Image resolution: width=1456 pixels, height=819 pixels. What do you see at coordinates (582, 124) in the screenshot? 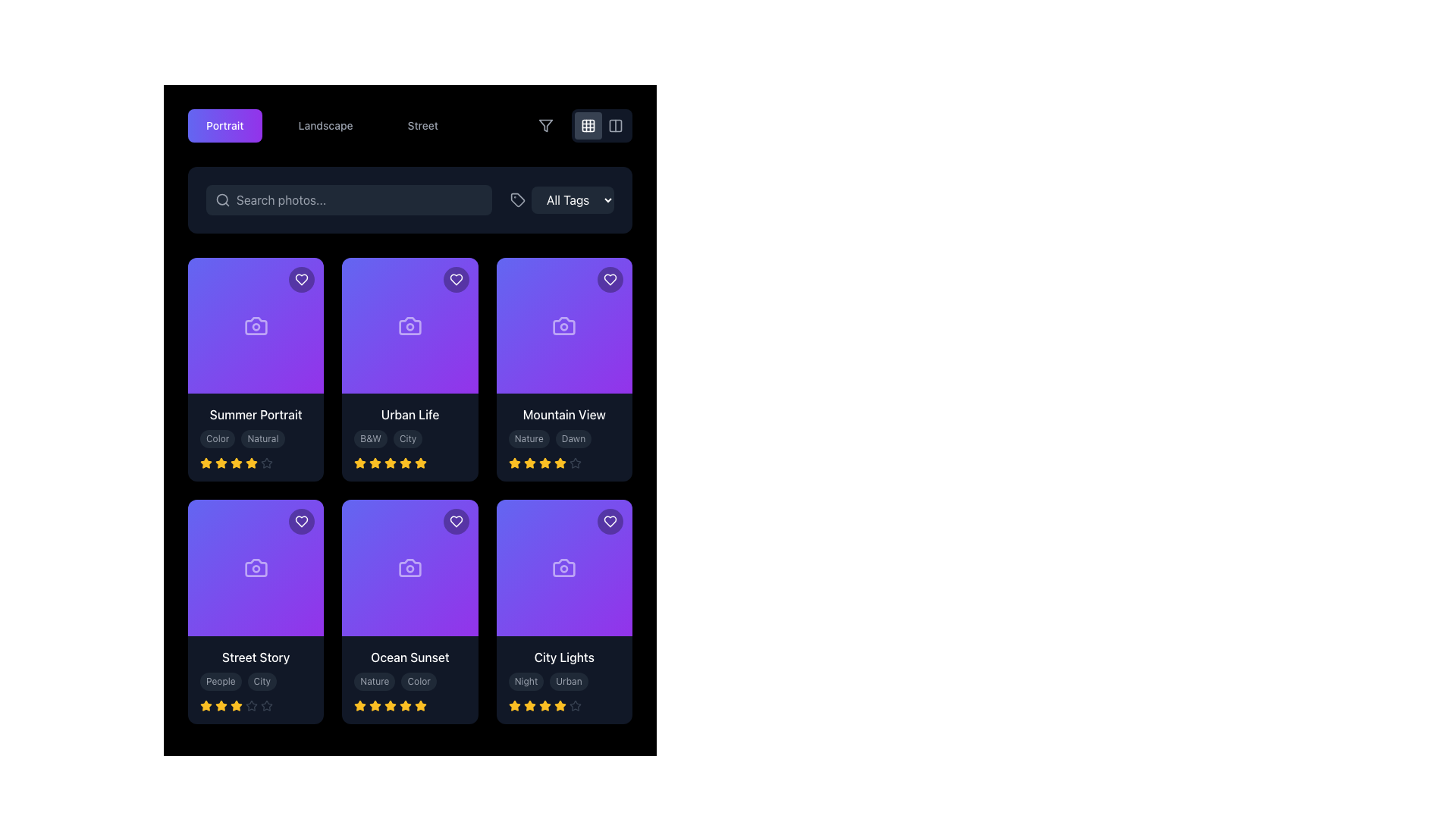
I see `the button with a grid icon, which is the second button in a group of three` at bounding box center [582, 124].